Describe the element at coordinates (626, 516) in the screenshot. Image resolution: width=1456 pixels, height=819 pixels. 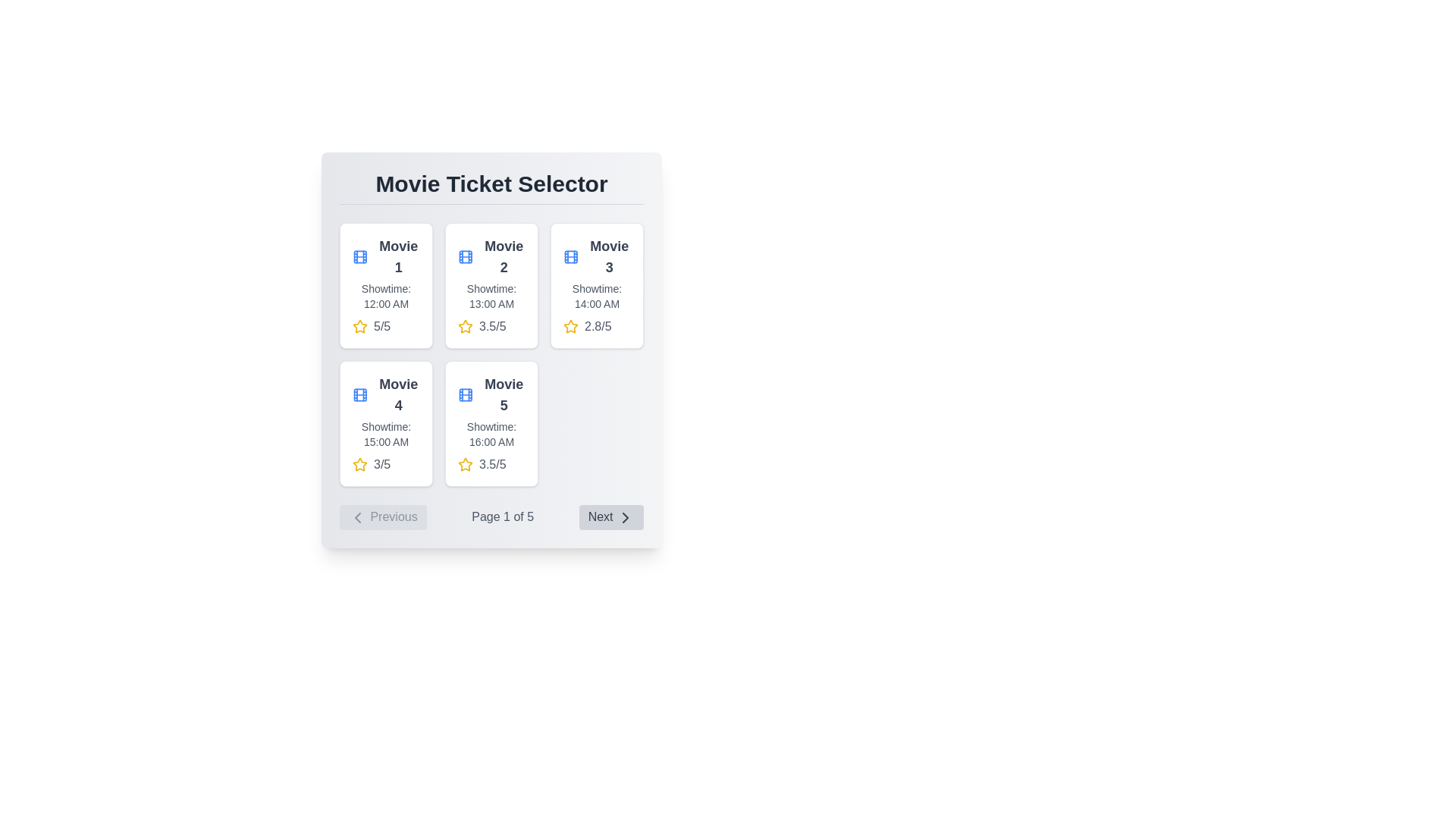
I see `the 'Next' button which contains the rightward-pointing chevron icon, located at the bottom-right corner of the interface` at that location.